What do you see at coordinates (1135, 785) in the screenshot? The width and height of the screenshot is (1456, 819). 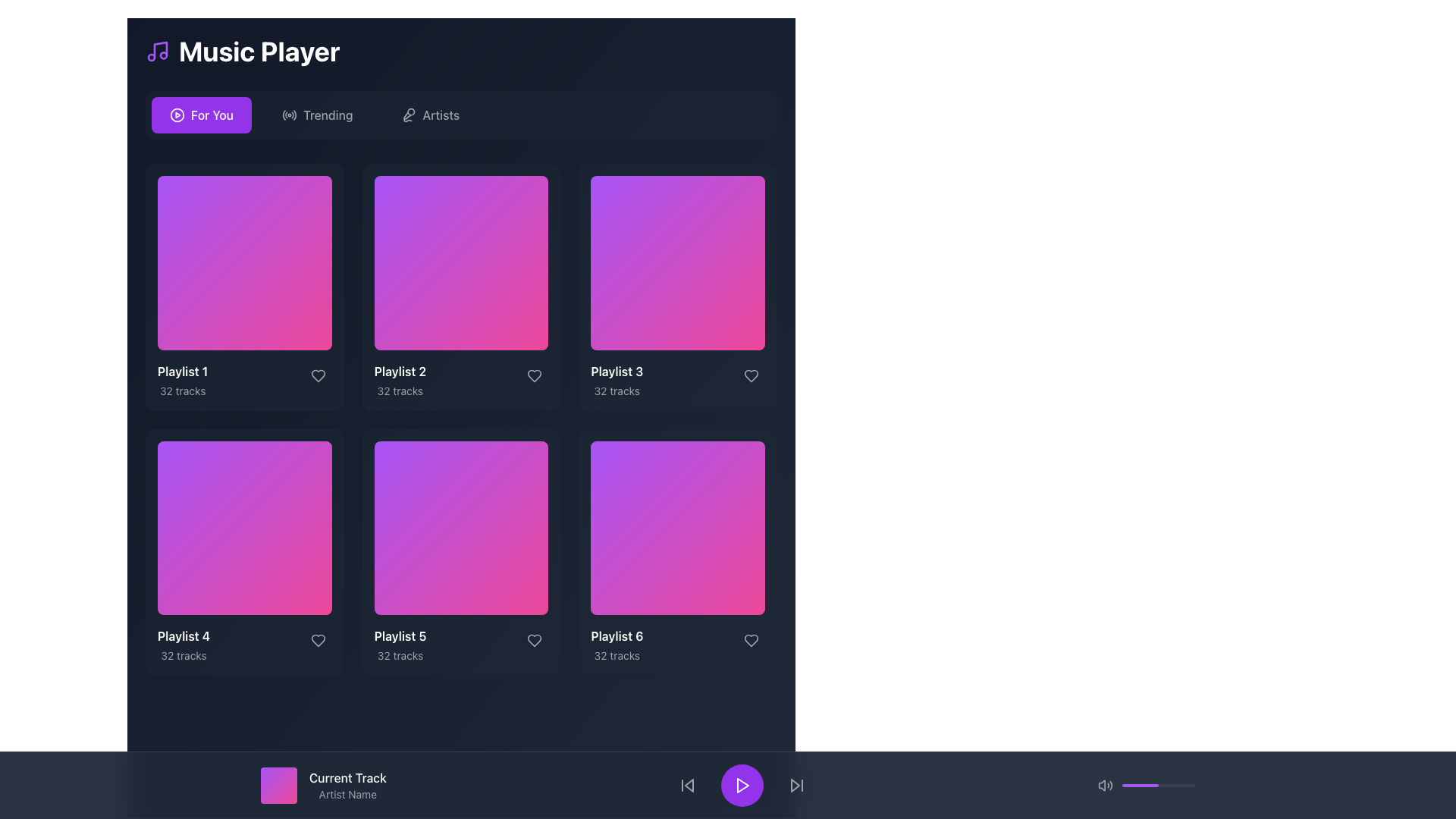 I see `the slider value` at bounding box center [1135, 785].